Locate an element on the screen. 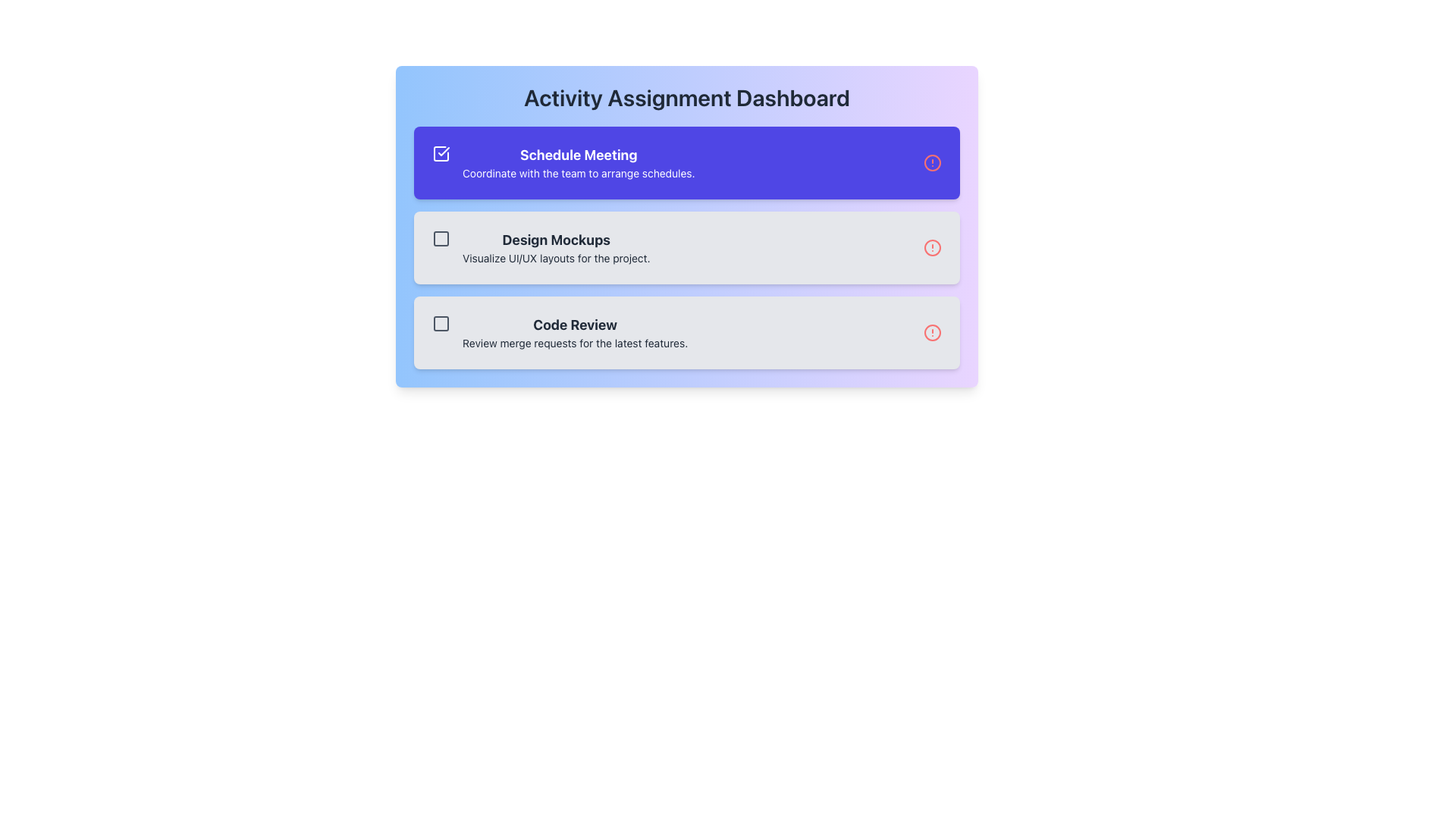  the graphical box with a dark gray outline and light gray fill located to the left of the 'Code Review' text in the third task item of the list is located at coordinates (440, 323).